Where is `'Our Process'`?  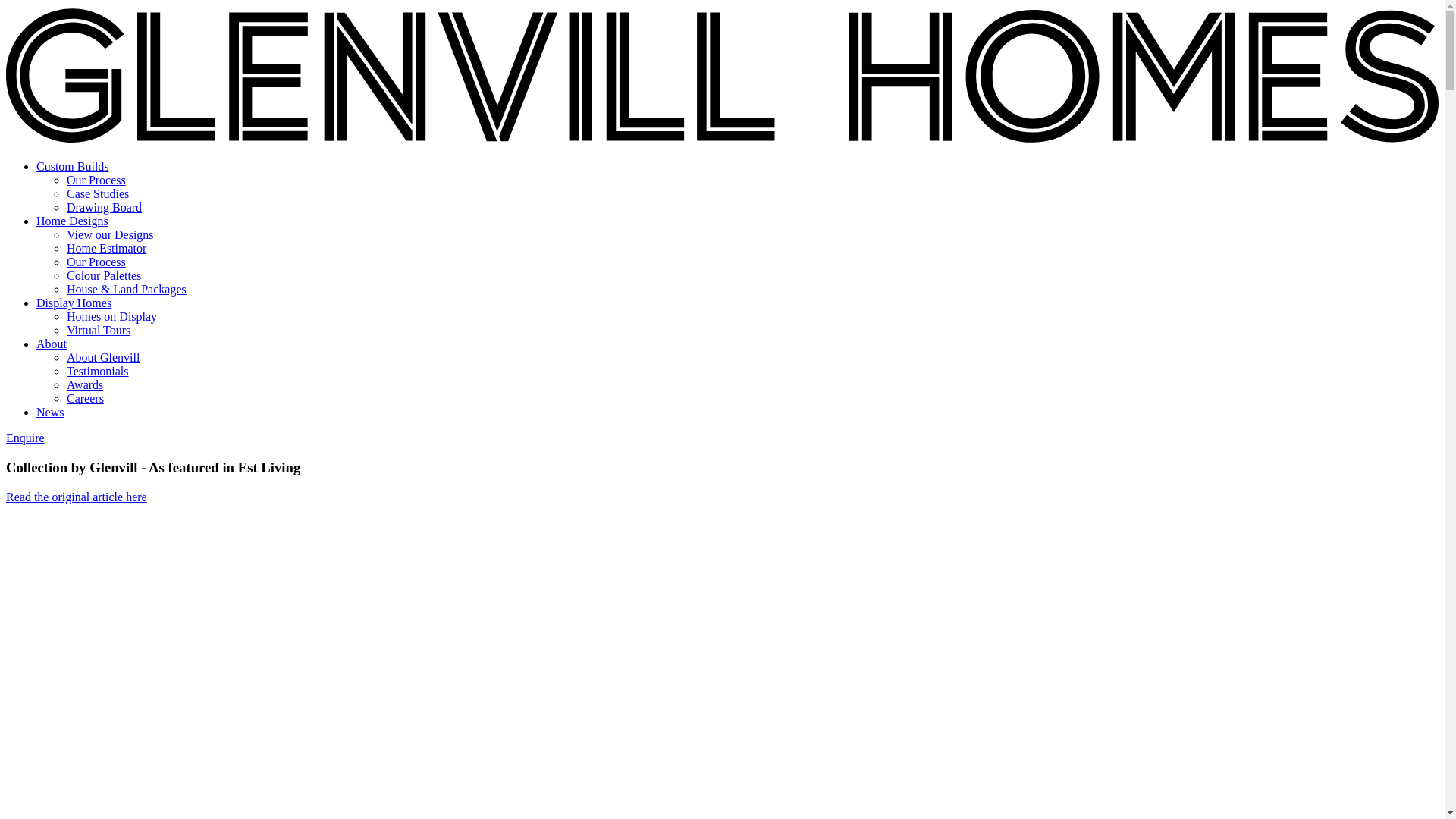 'Our Process' is located at coordinates (95, 261).